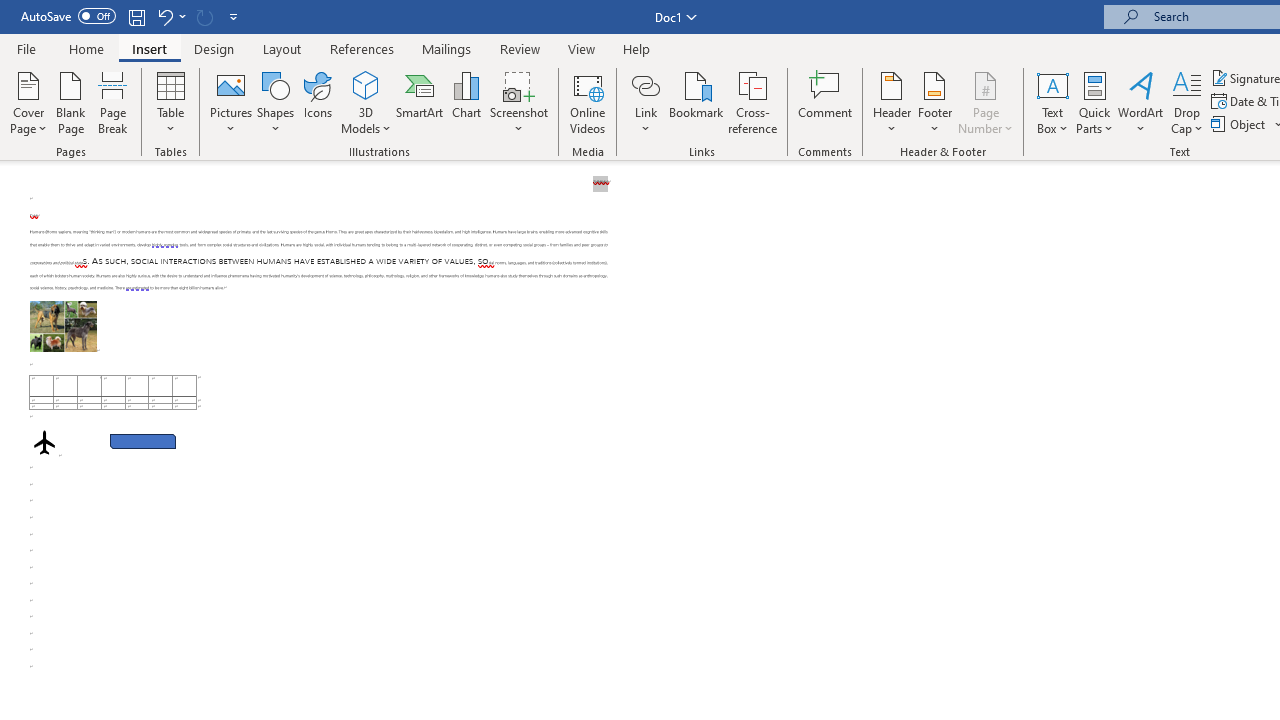 This screenshot has width=1280, height=720. I want to click on 'Undo Apply Quick Style Set', so click(164, 16).